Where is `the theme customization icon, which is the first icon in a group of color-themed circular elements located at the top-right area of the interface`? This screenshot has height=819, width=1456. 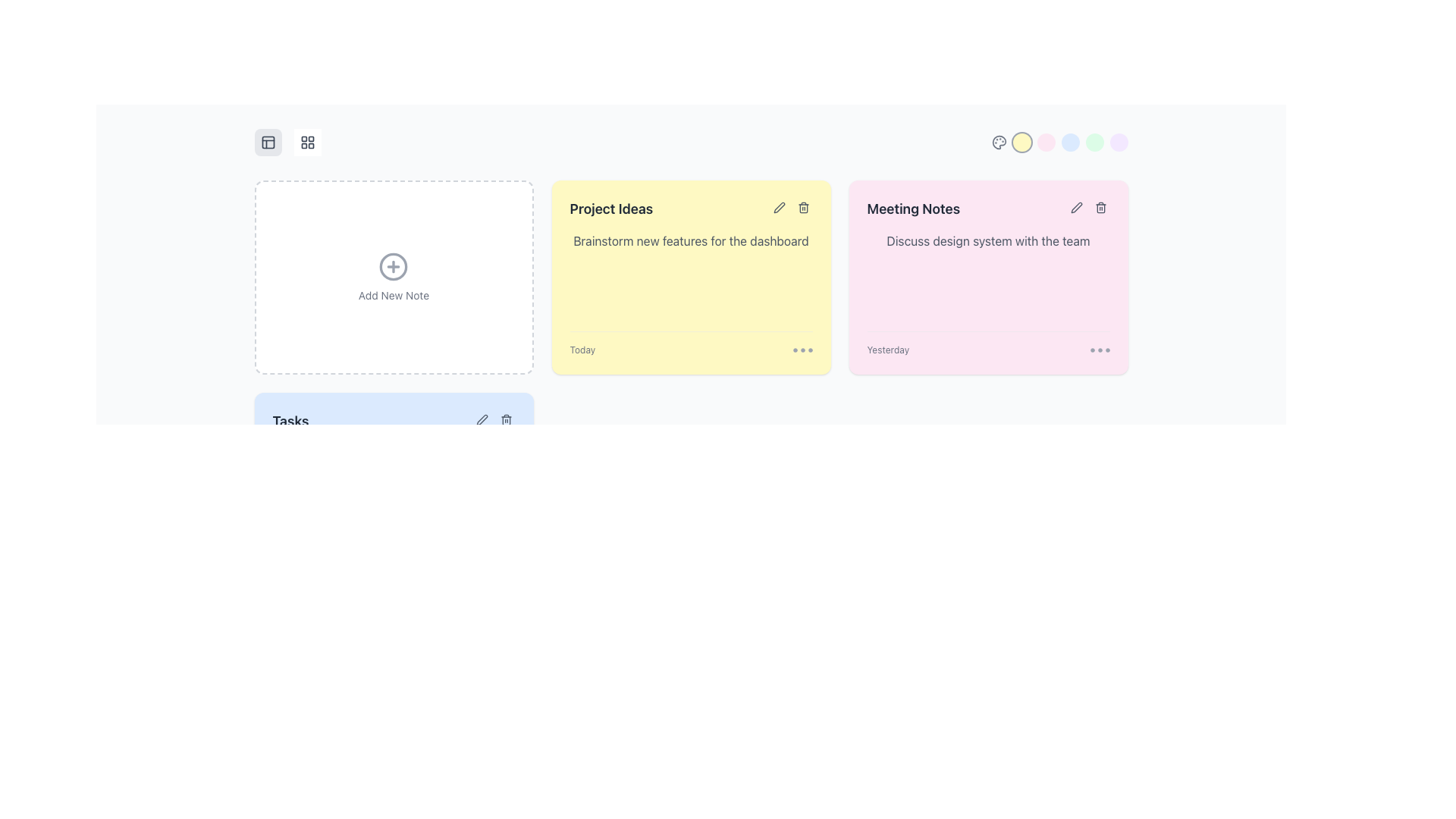
the theme customization icon, which is the first icon in a group of color-themed circular elements located at the top-right area of the interface is located at coordinates (999, 143).